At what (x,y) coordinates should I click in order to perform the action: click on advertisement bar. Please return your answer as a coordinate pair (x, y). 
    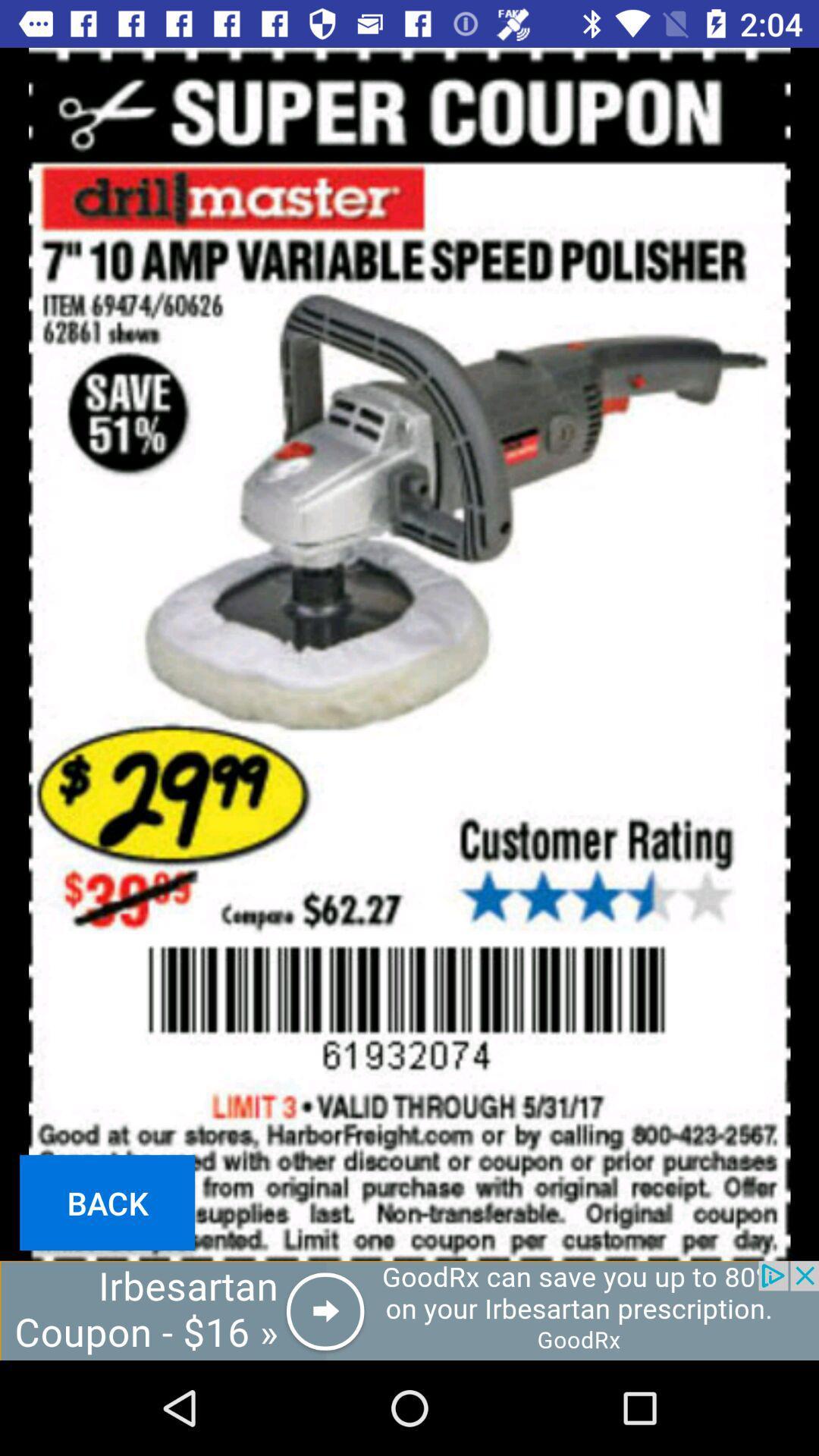
    Looking at the image, I should click on (409, 1310).